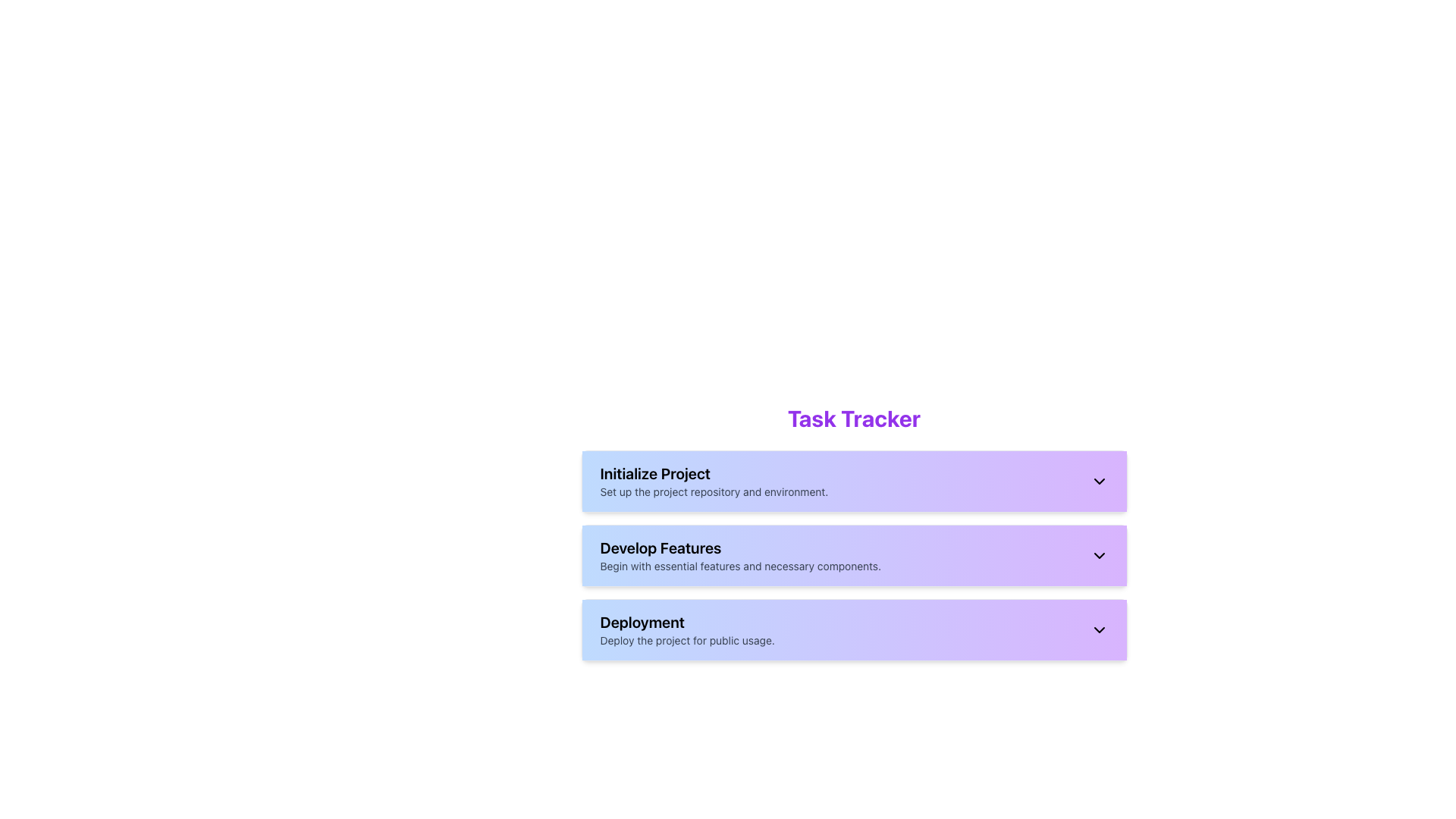 This screenshot has width=1456, height=819. I want to click on text block element titled 'Deployment' which provides information about deploying the project for public usage. This text block is located in the third card of a vertical list of three cards, below the 'Develop Features' card, so click(686, 629).